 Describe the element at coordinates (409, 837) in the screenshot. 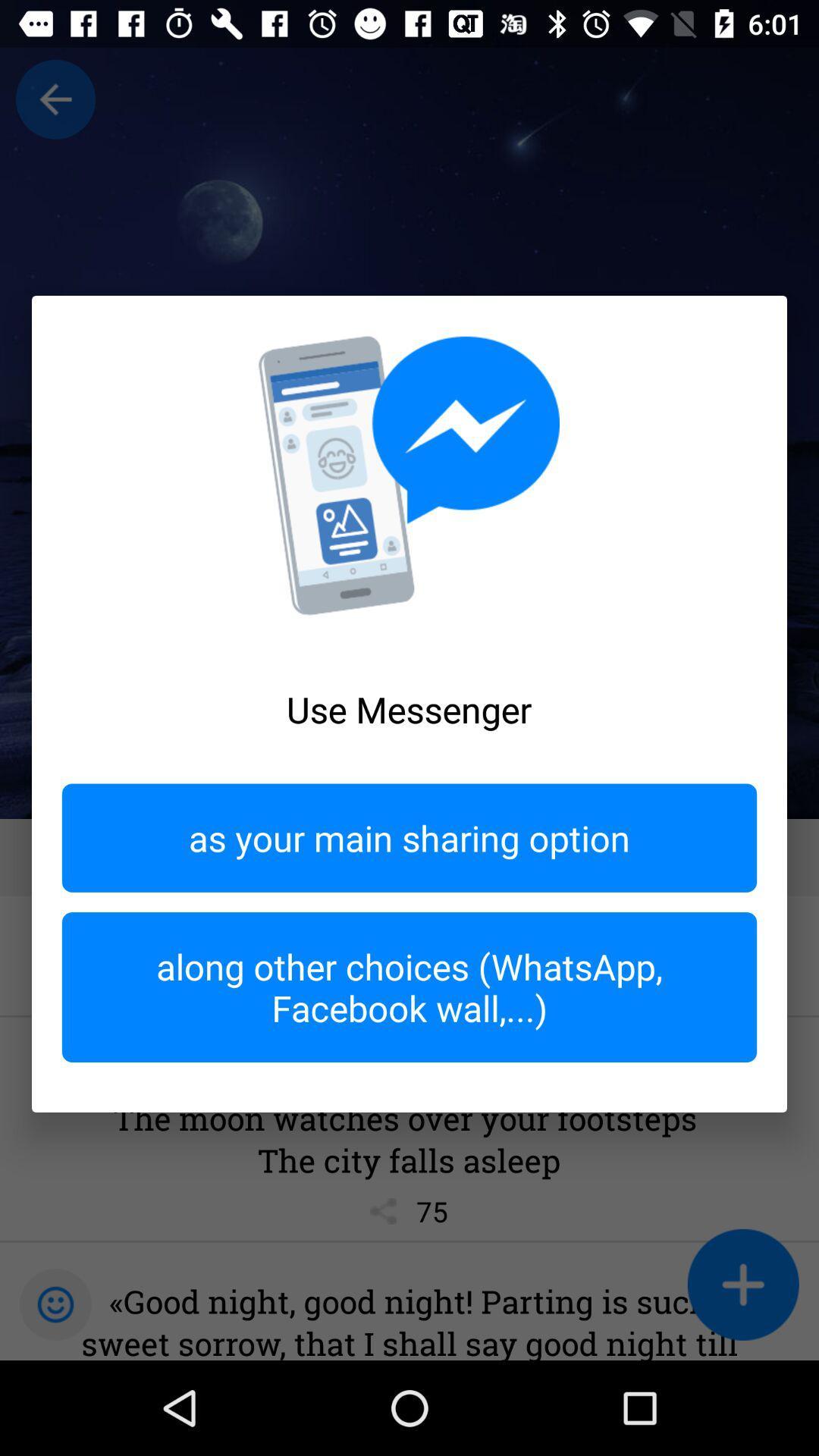

I see `the as your main icon` at that location.